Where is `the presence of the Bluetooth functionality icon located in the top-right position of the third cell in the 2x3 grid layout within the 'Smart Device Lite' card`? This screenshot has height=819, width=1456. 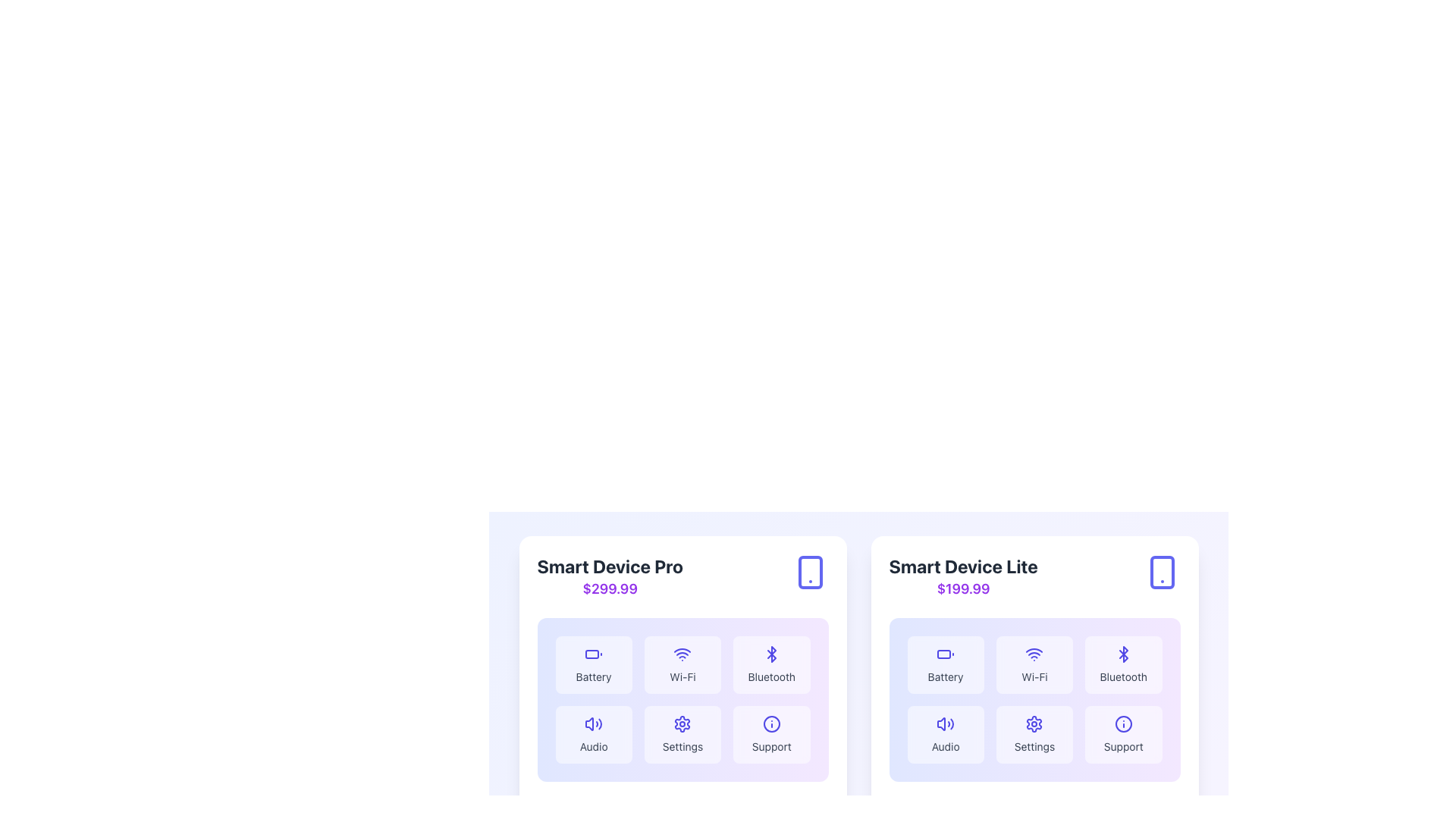 the presence of the Bluetooth functionality icon located in the top-right position of the third cell in the 2x3 grid layout within the 'Smart Device Lite' card is located at coordinates (1123, 654).